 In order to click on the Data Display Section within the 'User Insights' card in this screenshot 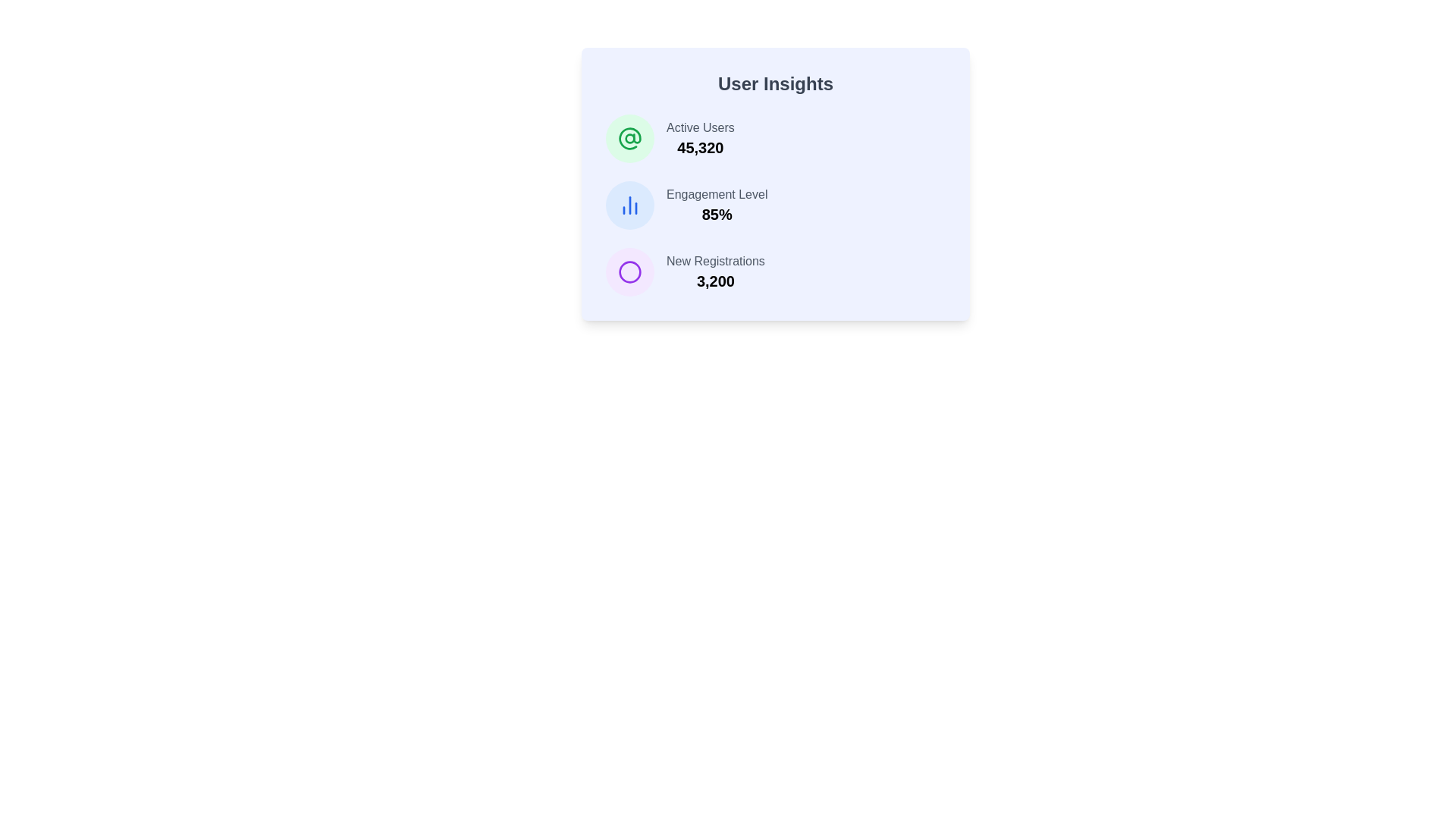, I will do `click(775, 205)`.